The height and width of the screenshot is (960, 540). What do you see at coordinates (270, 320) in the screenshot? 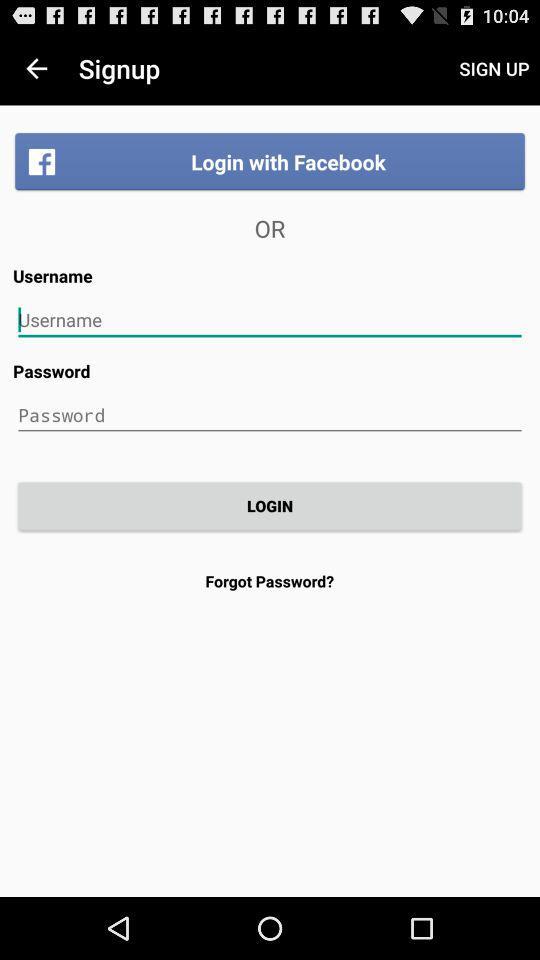
I see `the username` at bounding box center [270, 320].